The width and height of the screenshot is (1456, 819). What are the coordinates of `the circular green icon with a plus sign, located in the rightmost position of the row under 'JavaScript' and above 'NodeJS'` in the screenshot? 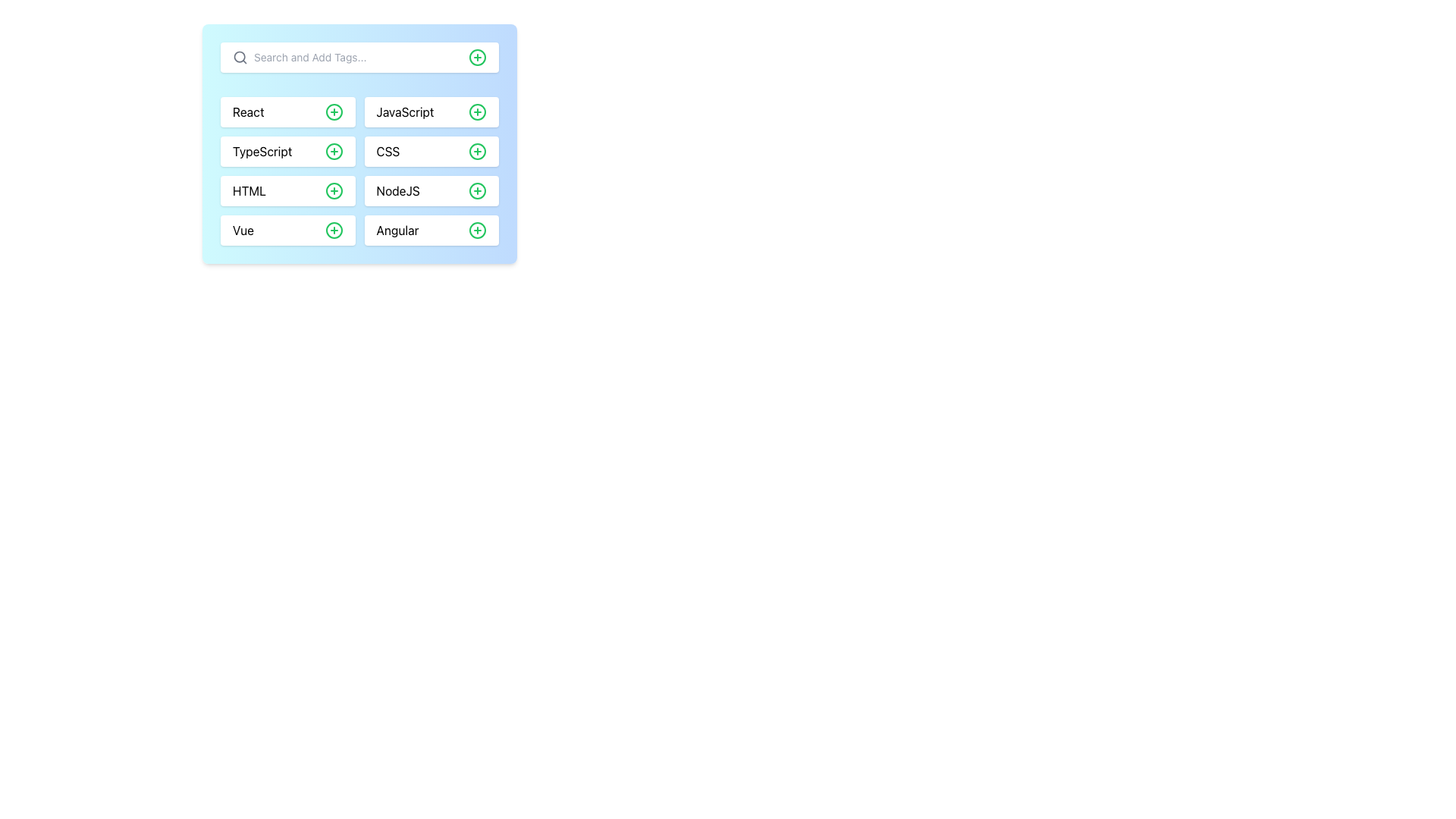 It's located at (476, 152).